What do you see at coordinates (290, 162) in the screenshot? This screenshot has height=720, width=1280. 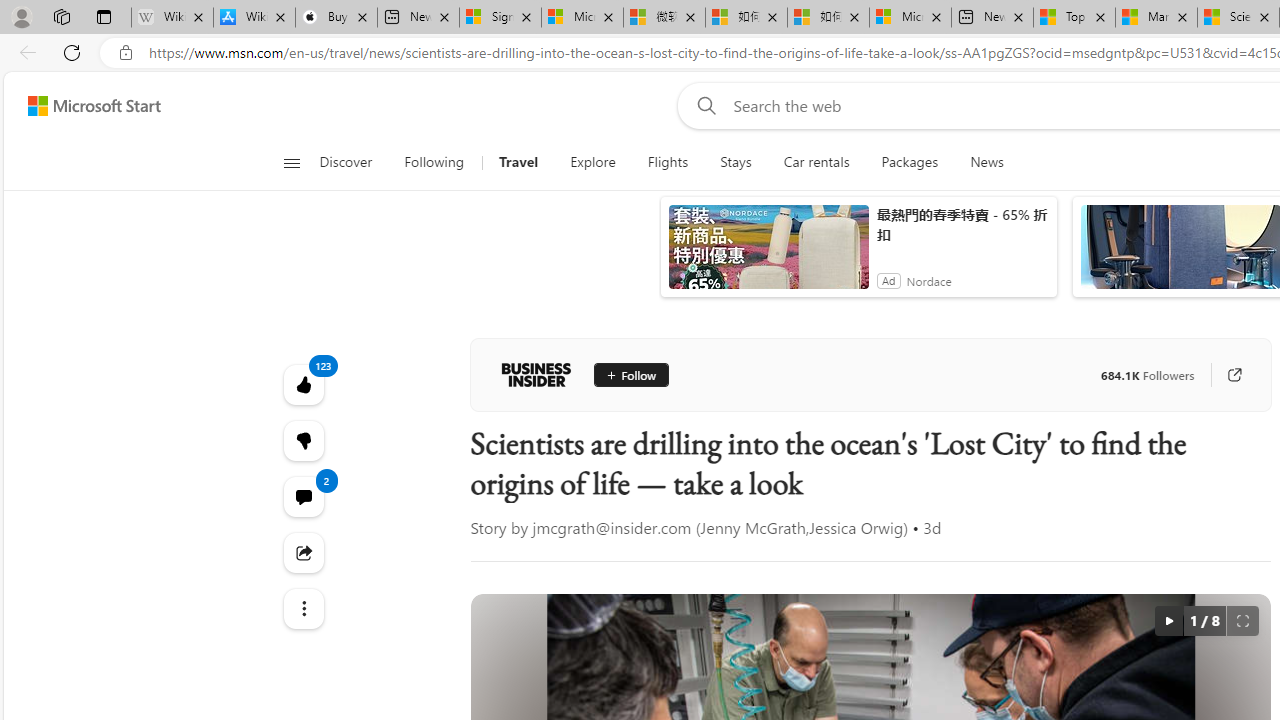 I see `'Class: button-glyph'` at bounding box center [290, 162].